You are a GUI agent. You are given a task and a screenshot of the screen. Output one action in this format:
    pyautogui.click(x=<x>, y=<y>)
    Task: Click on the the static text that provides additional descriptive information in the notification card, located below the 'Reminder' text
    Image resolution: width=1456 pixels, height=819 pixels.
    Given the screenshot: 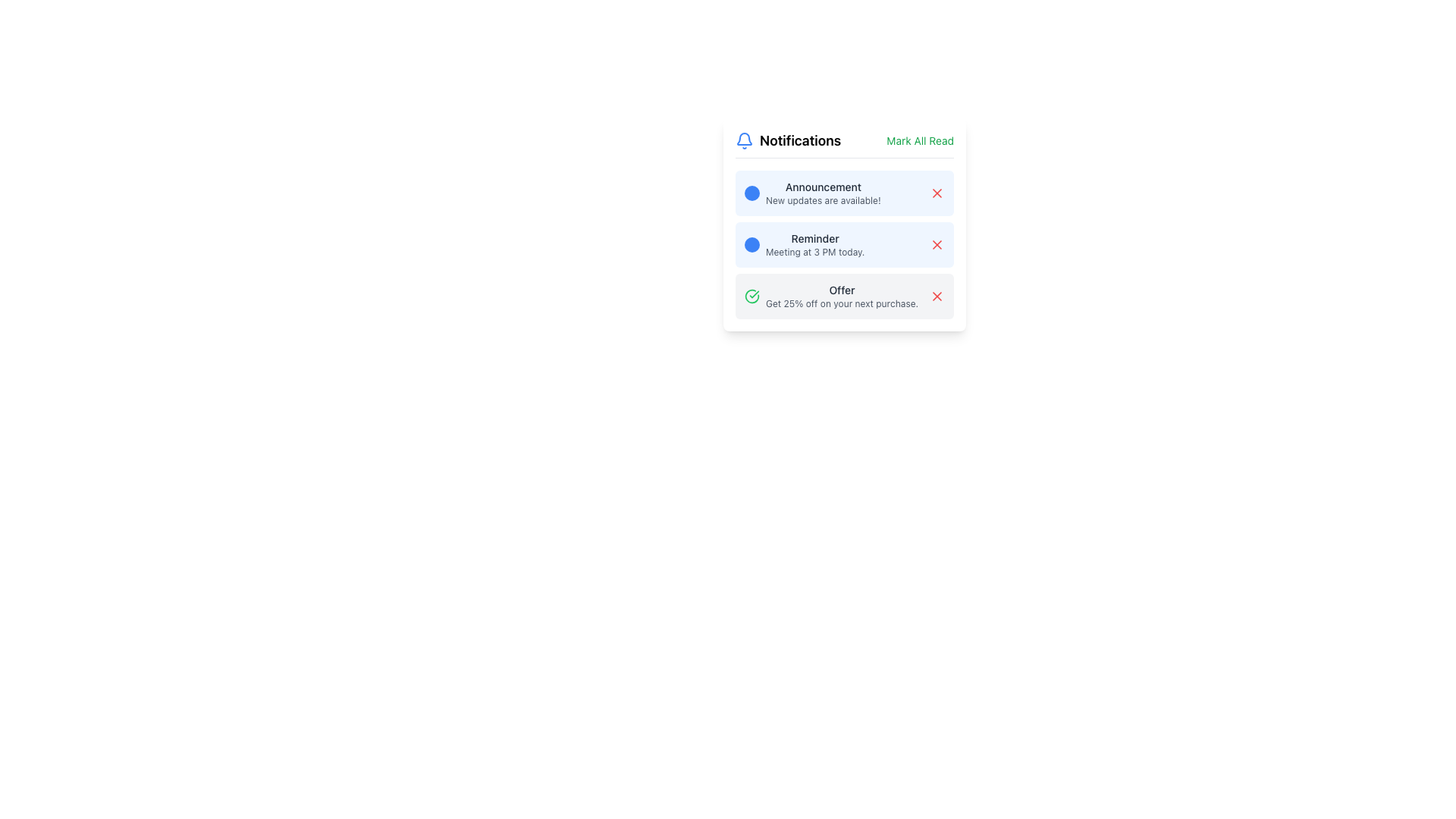 What is the action you would take?
    pyautogui.click(x=814, y=251)
    